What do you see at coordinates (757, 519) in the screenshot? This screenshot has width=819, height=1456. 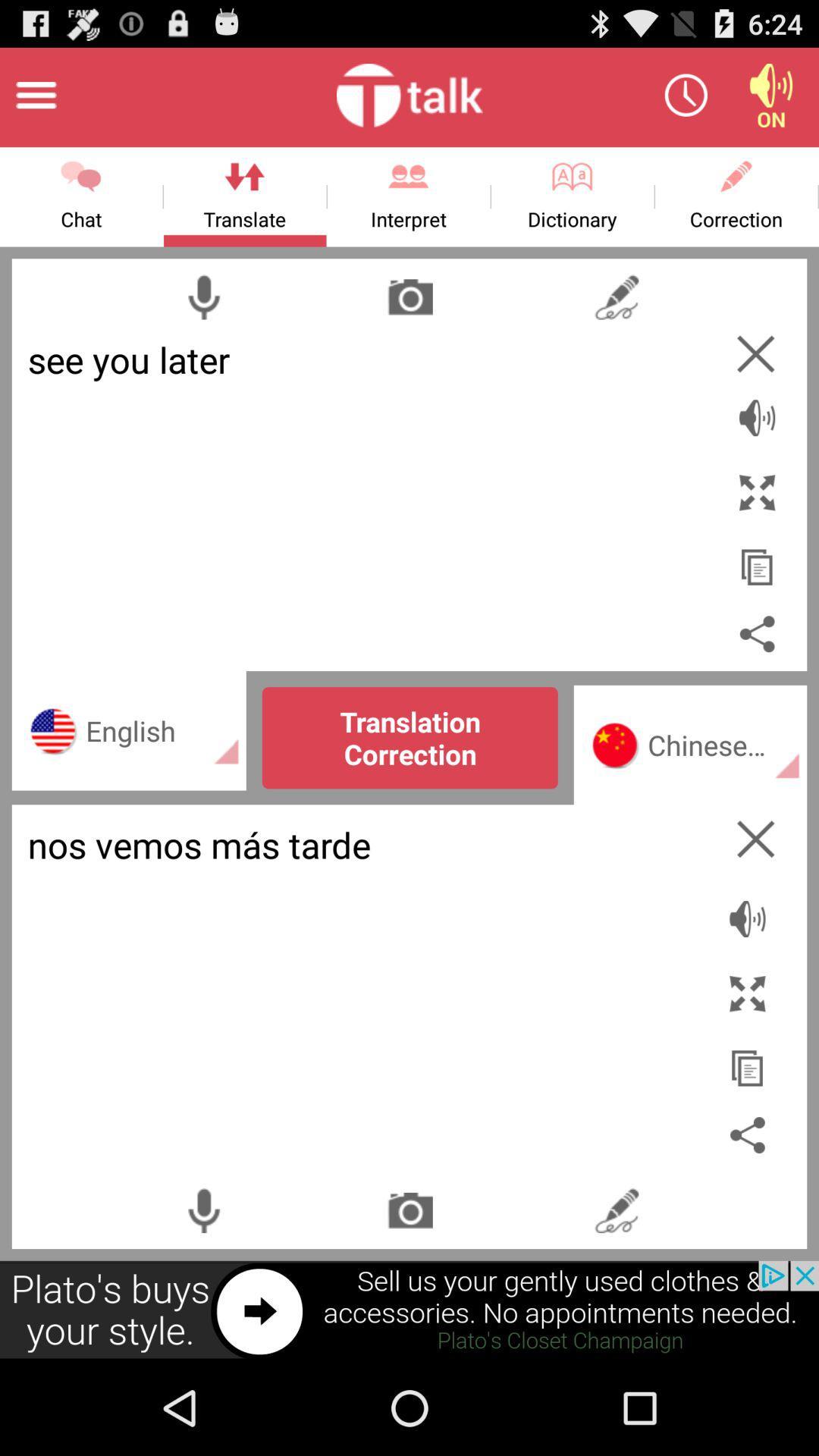 I see `the fullscreen icon` at bounding box center [757, 519].